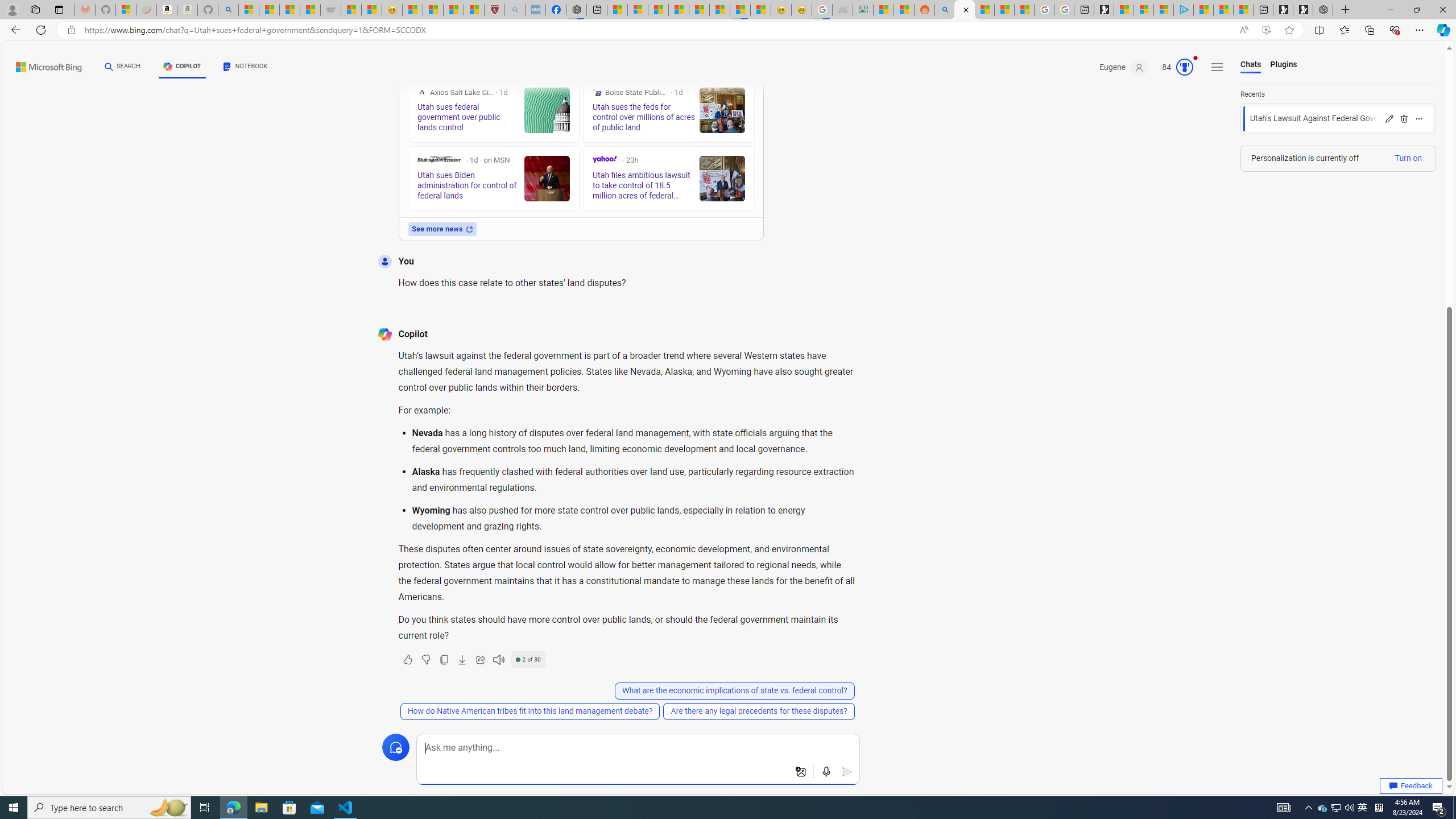 Image resolution: width=1456 pixels, height=819 pixels. I want to click on 'Boise State Public Radio', so click(596, 92).